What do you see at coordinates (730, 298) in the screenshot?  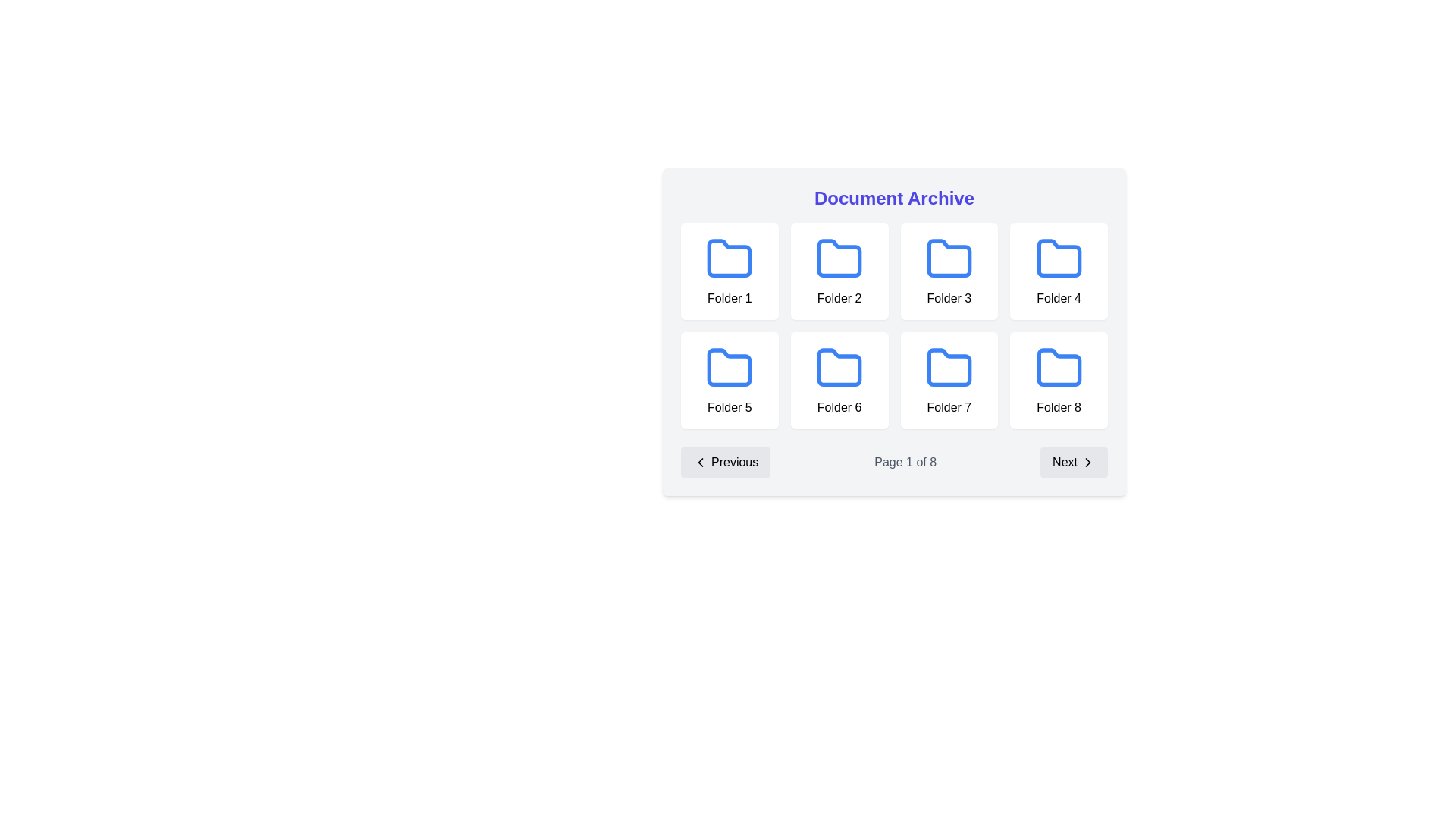 I see `the text label that identifies the folder represented by the icon above it, located in the first column of the first row in a grid layout under the 'Document Archive' title` at bounding box center [730, 298].